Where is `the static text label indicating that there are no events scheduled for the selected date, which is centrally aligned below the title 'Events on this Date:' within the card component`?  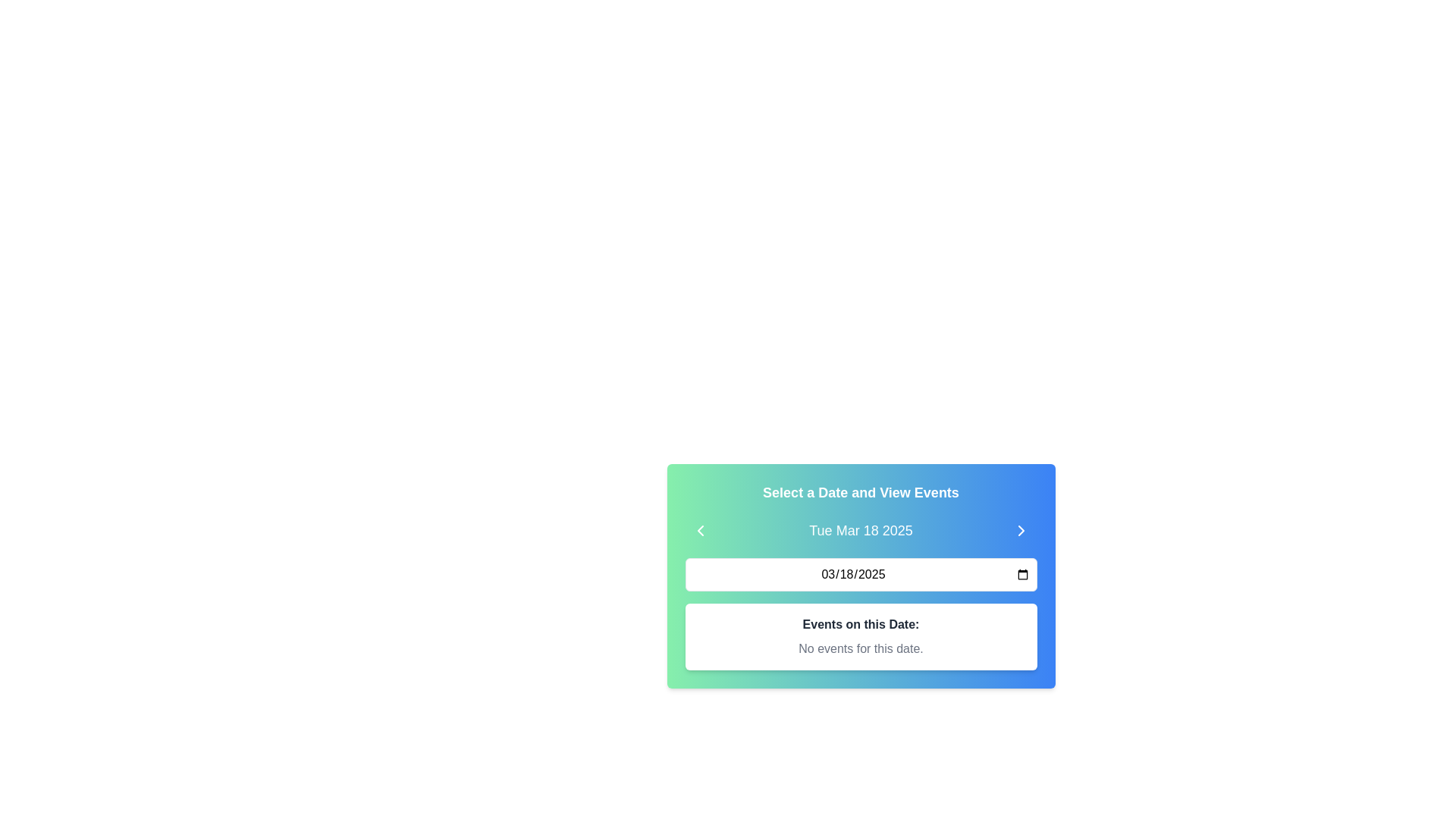 the static text label indicating that there are no events scheduled for the selected date, which is centrally aligned below the title 'Events on this Date:' within the card component is located at coordinates (861, 648).